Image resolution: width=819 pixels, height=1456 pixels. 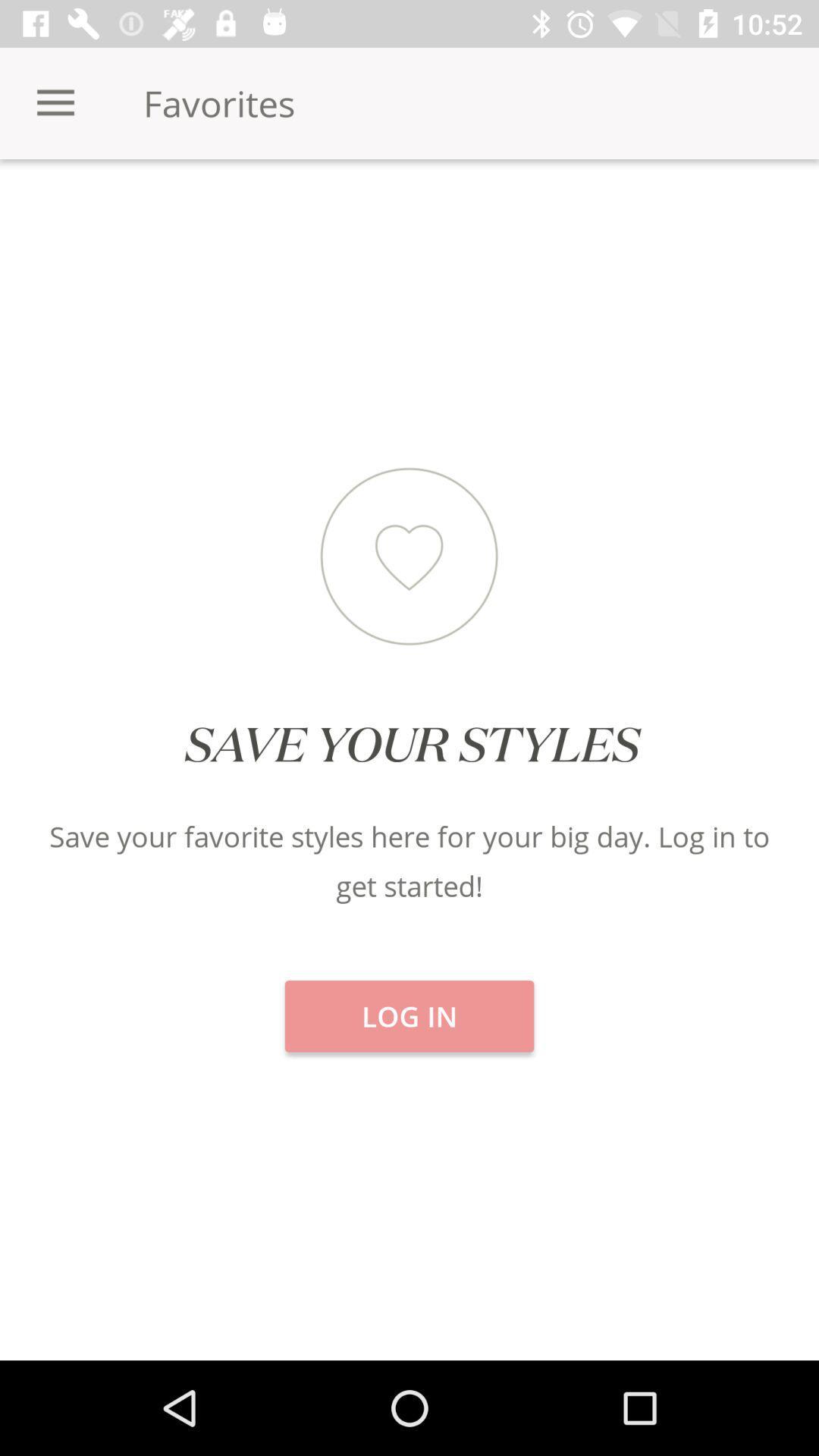 What do you see at coordinates (409, 212) in the screenshot?
I see `the item next to categories item` at bounding box center [409, 212].